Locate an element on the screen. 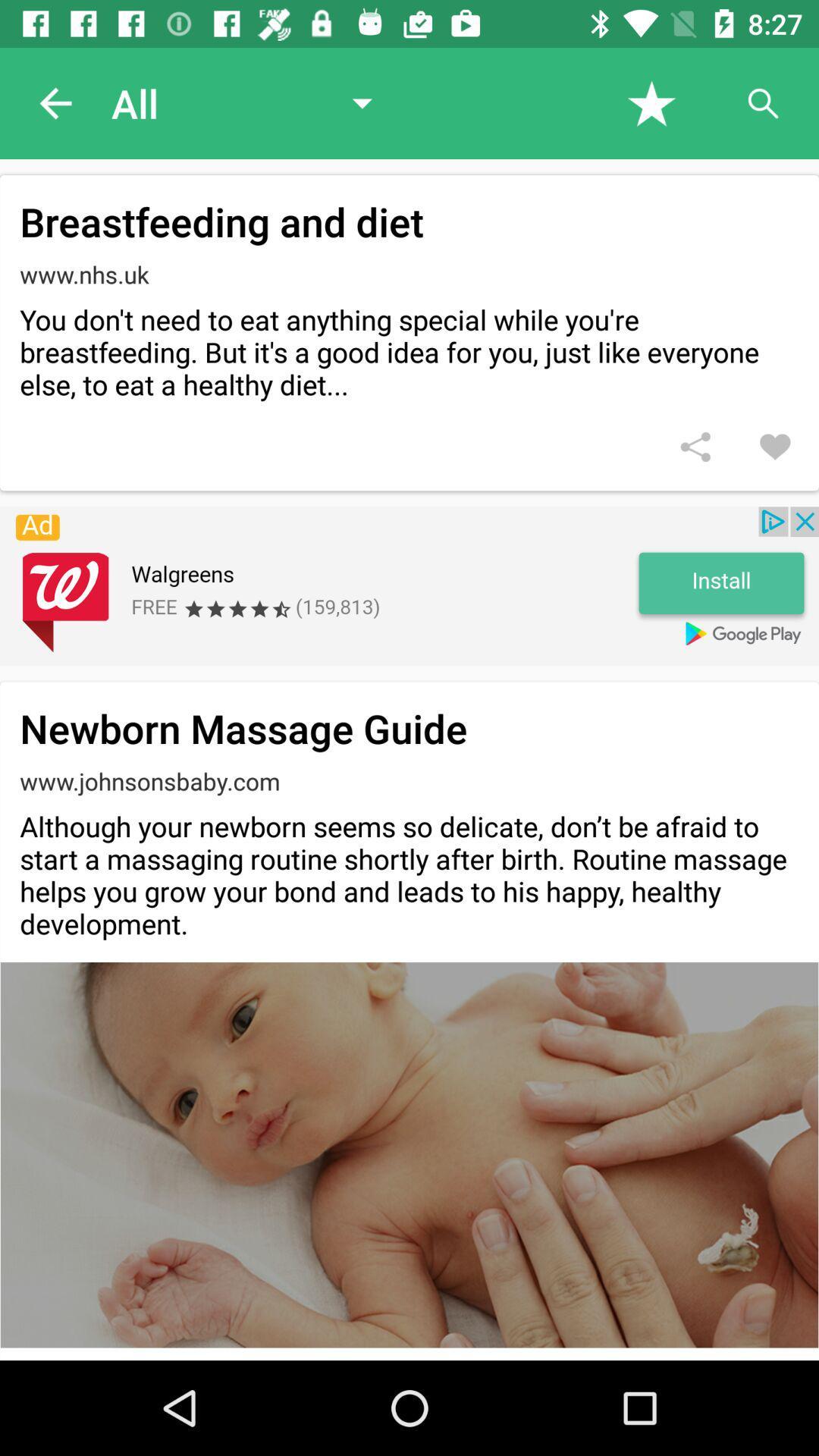  give heart is located at coordinates (775, 446).